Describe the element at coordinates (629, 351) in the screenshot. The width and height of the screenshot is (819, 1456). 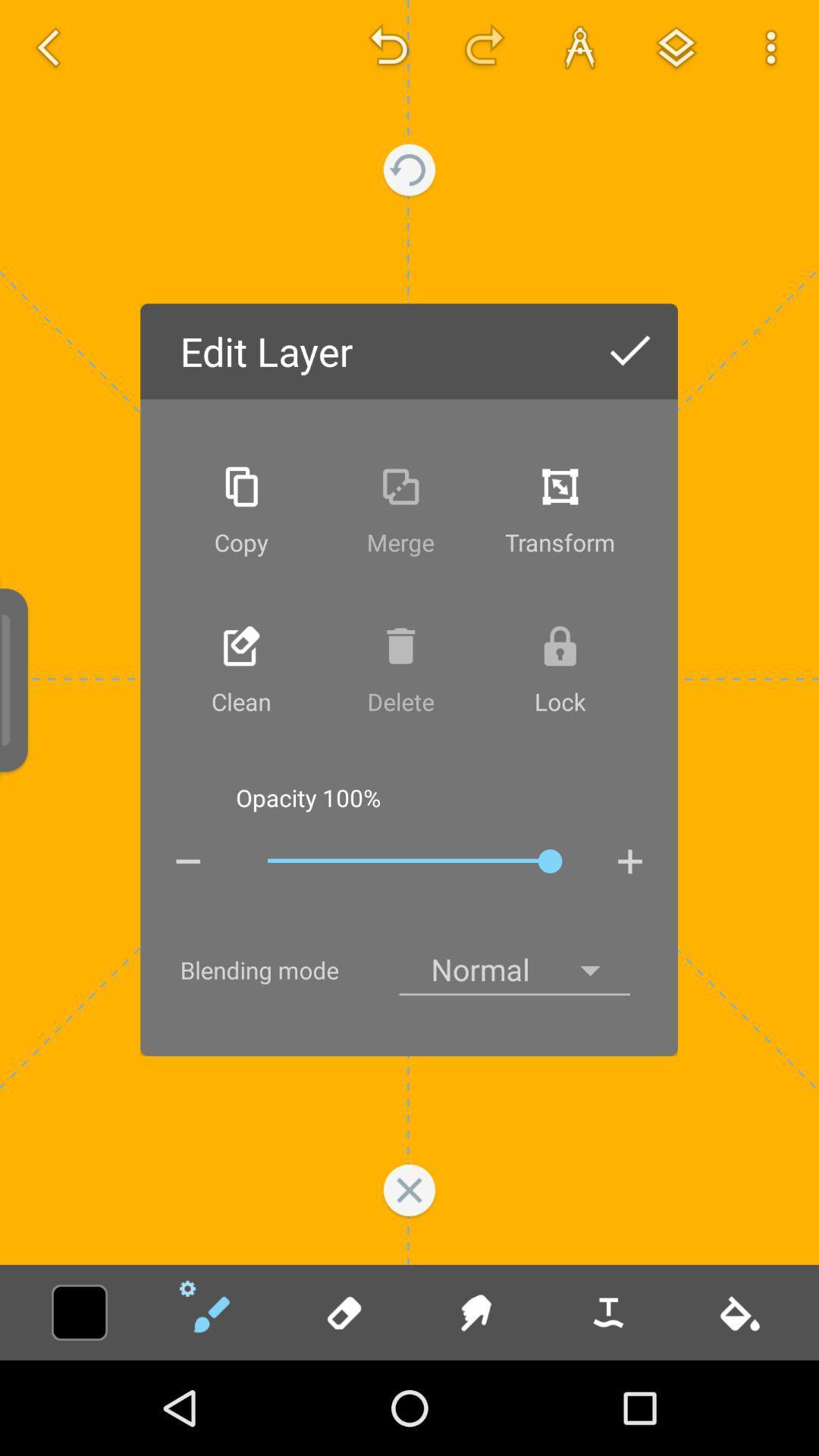
I see `right mark` at that location.